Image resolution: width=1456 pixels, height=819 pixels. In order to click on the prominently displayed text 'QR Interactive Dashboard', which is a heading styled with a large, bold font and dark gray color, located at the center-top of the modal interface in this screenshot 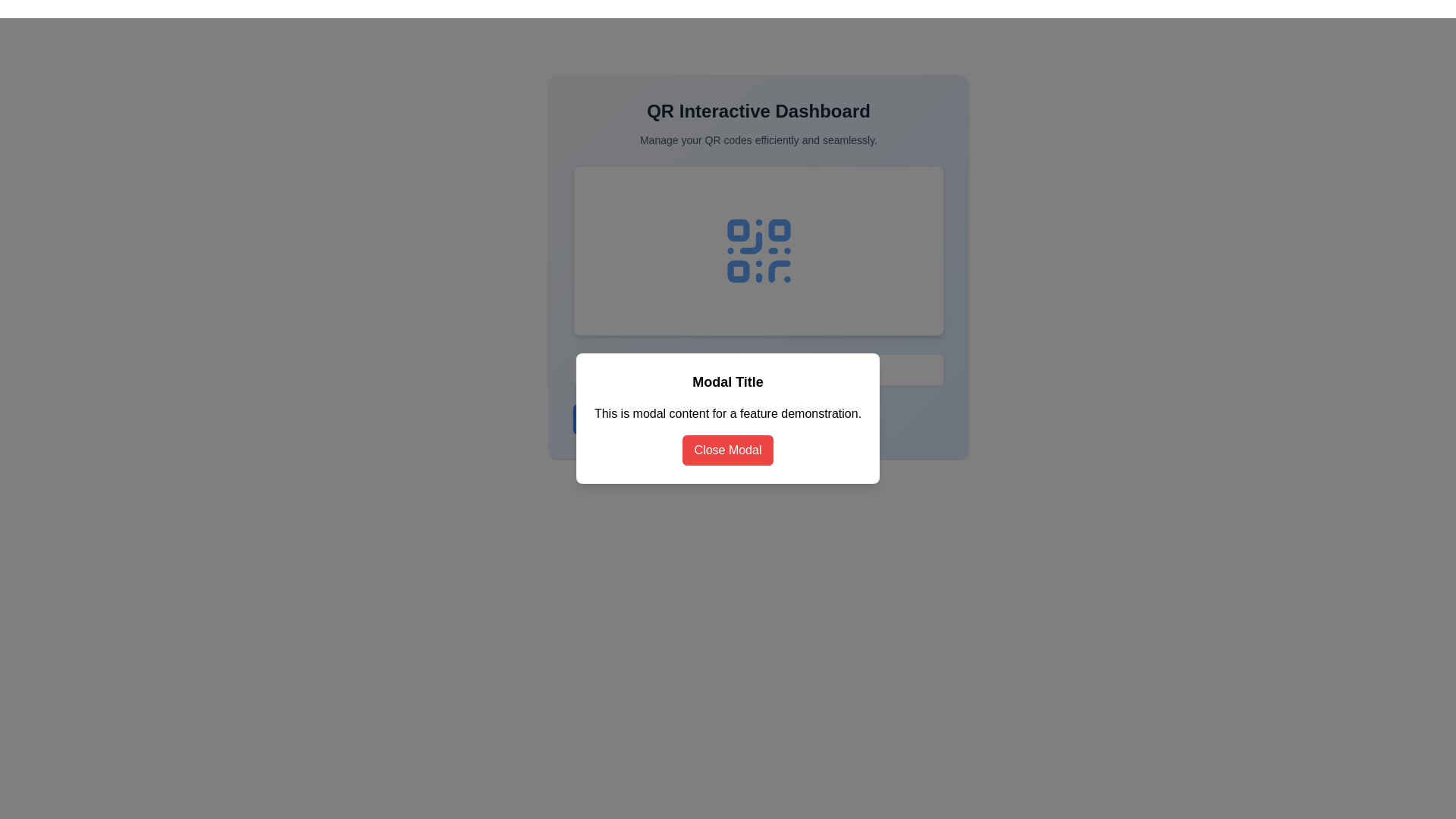, I will do `click(758, 110)`.